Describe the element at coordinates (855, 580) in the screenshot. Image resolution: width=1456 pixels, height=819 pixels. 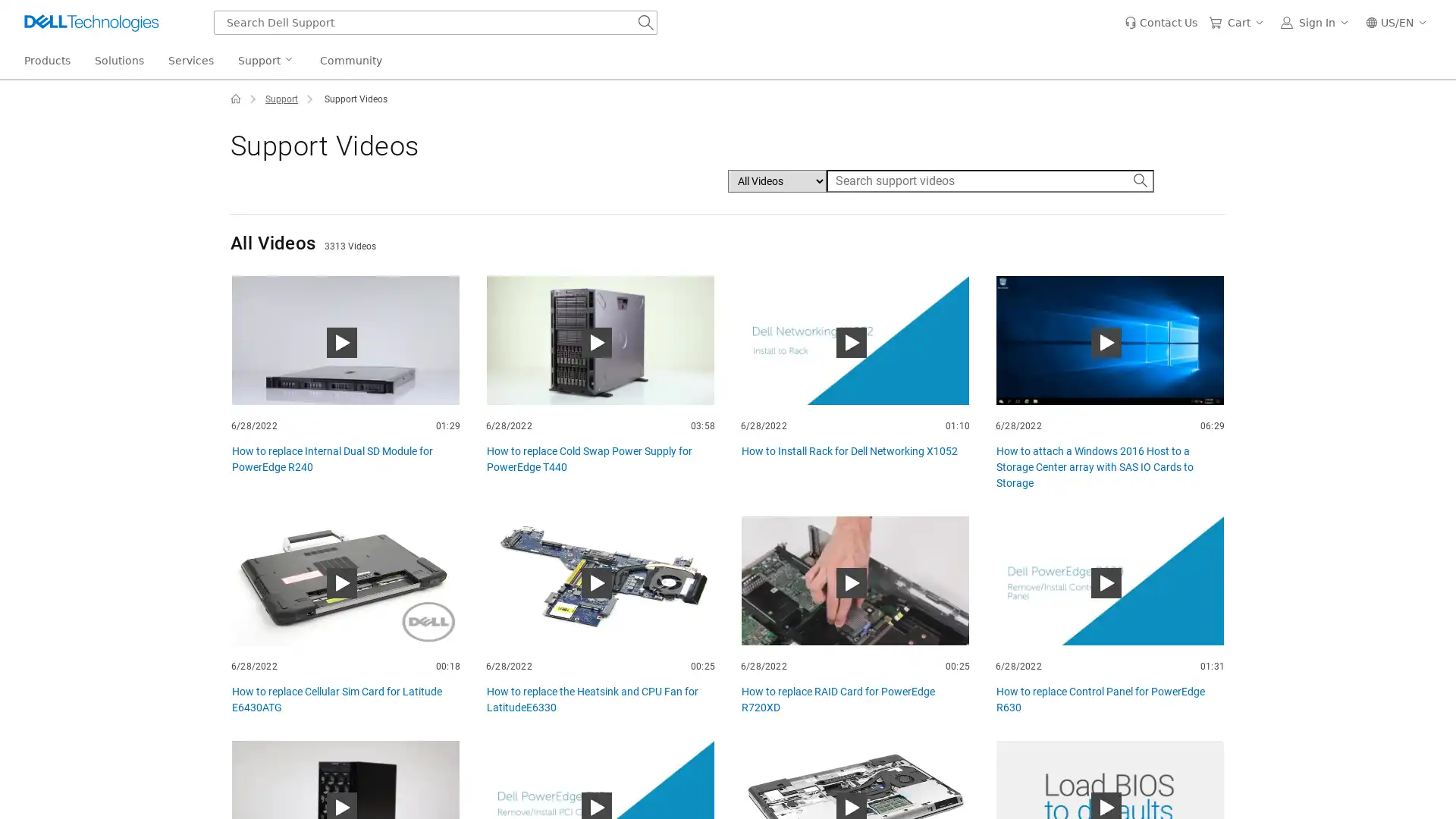
I see `How to replace RAID Card for PowerEdge R720XD Play` at that location.